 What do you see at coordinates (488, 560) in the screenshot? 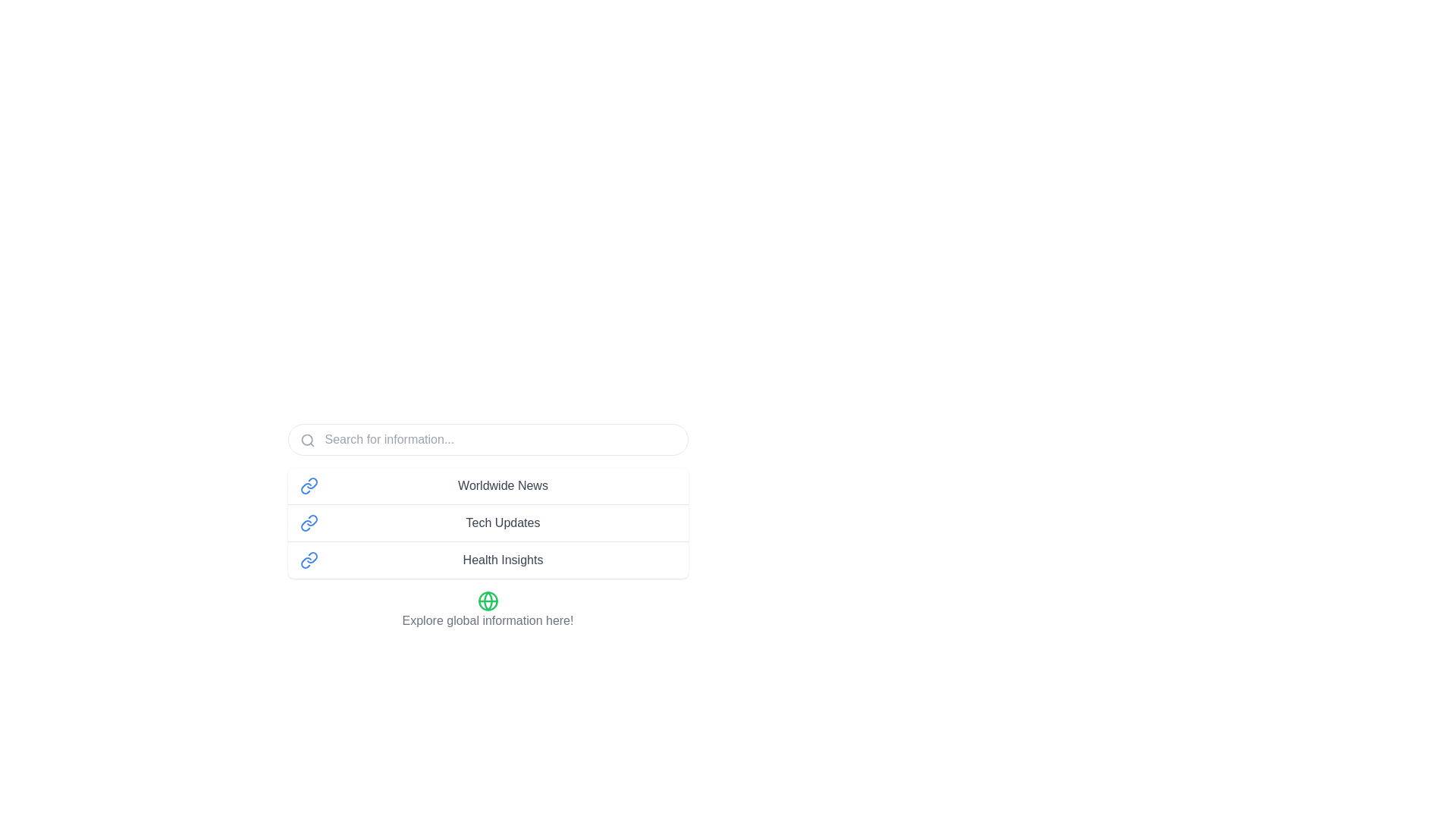
I see `the 'Health Insights' clickable text link with an icon located as the third item in the vertical menu list` at bounding box center [488, 560].